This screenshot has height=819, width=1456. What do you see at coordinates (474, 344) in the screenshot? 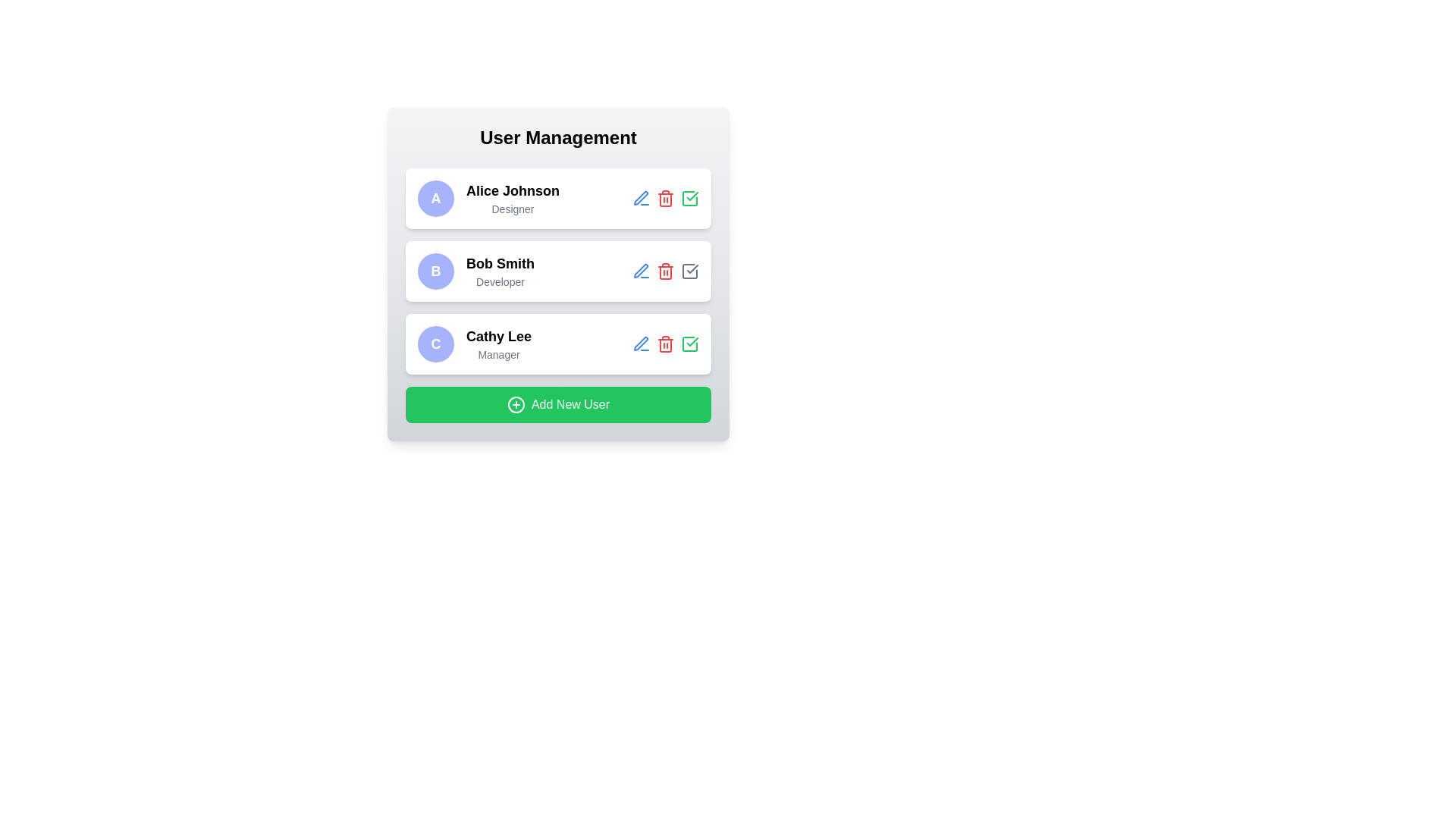
I see `the user card for 'Cathy Lee', which contains a circular avatar with a purple background and the letter 'C', followed by the name 'Cathy Lee' in bold and the role 'Manager' below it` at bounding box center [474, 344].